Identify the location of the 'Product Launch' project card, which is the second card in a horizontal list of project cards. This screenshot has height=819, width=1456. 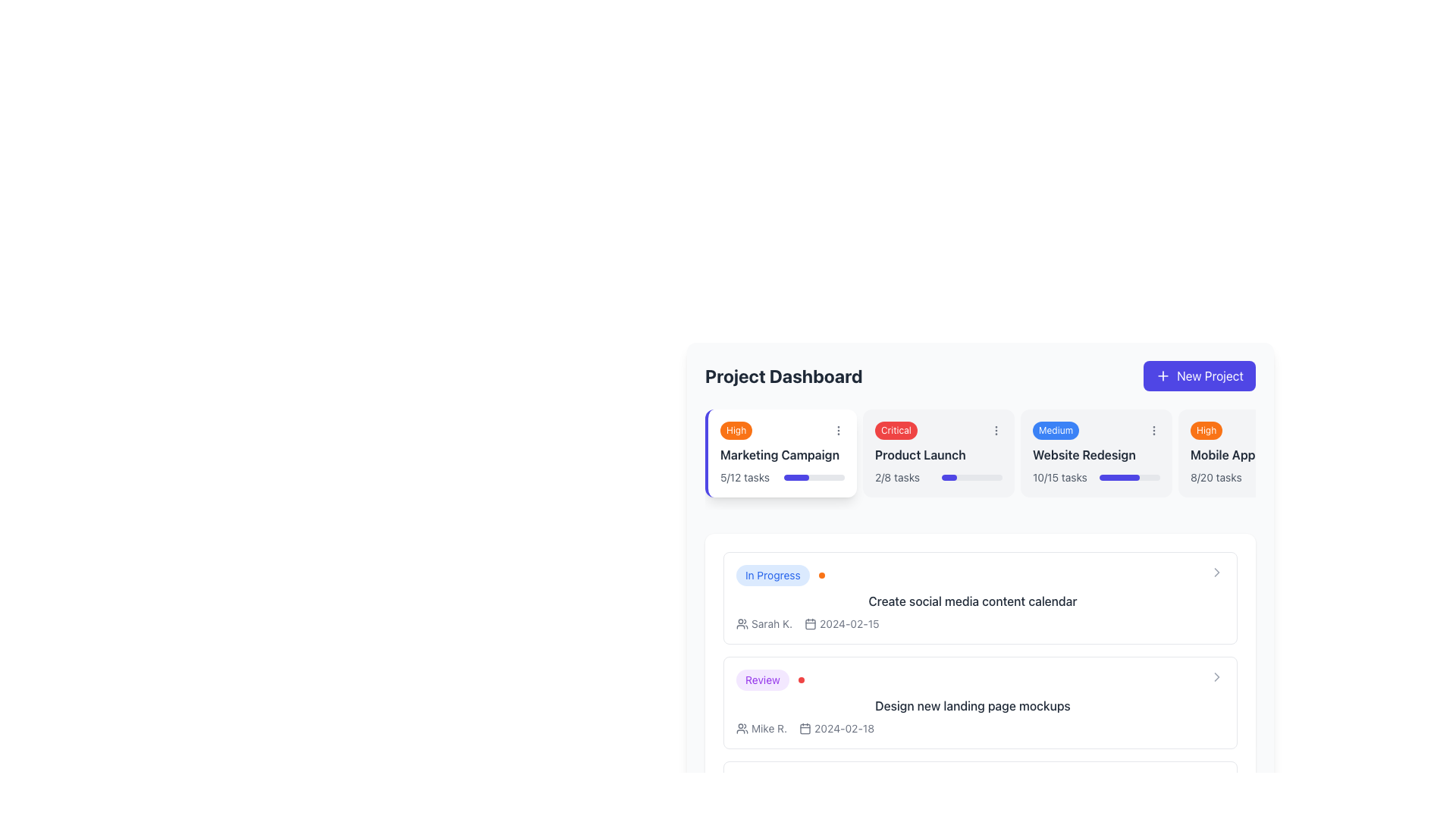
(980, 435).